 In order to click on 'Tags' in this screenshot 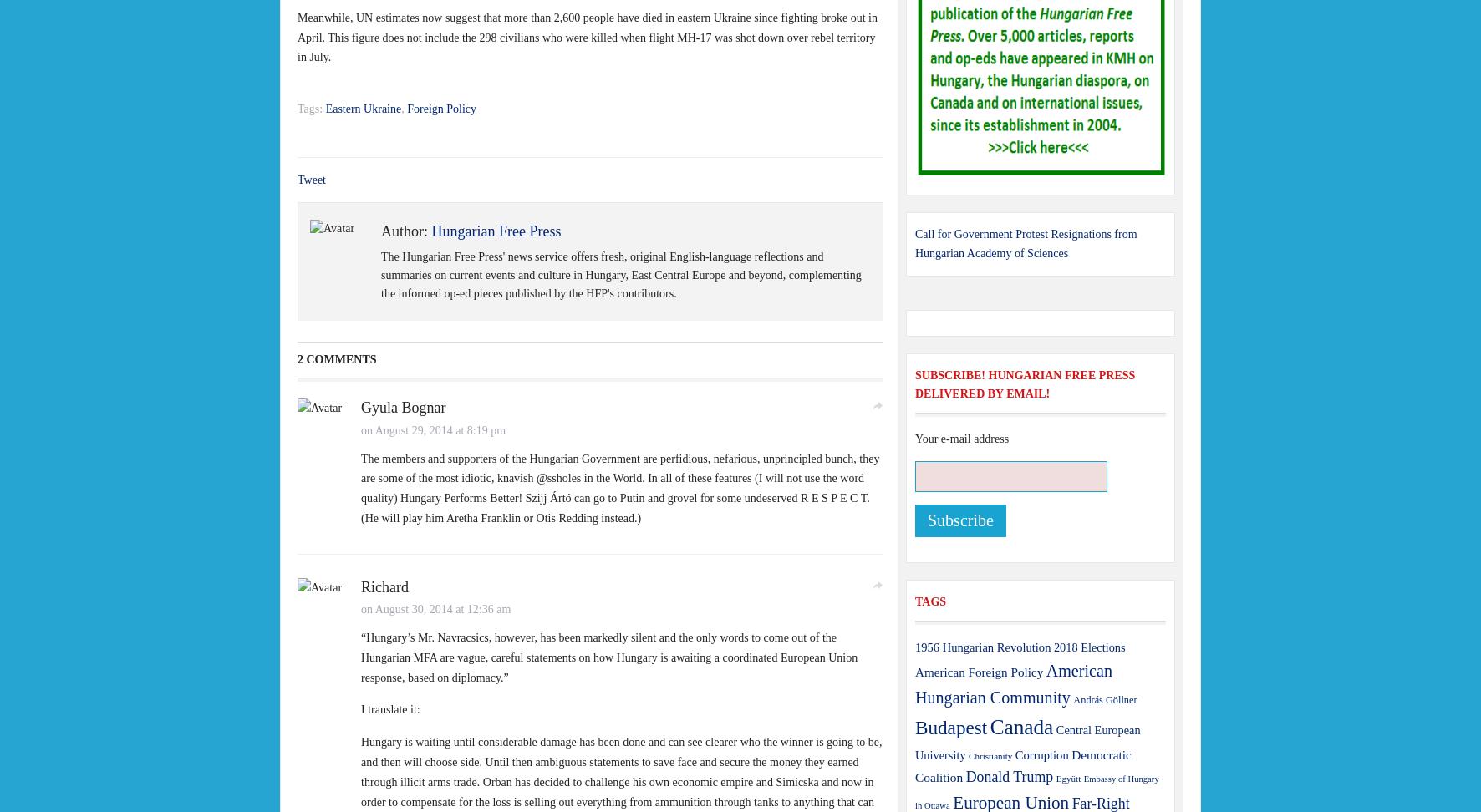, I will do `click(929, 601)`.